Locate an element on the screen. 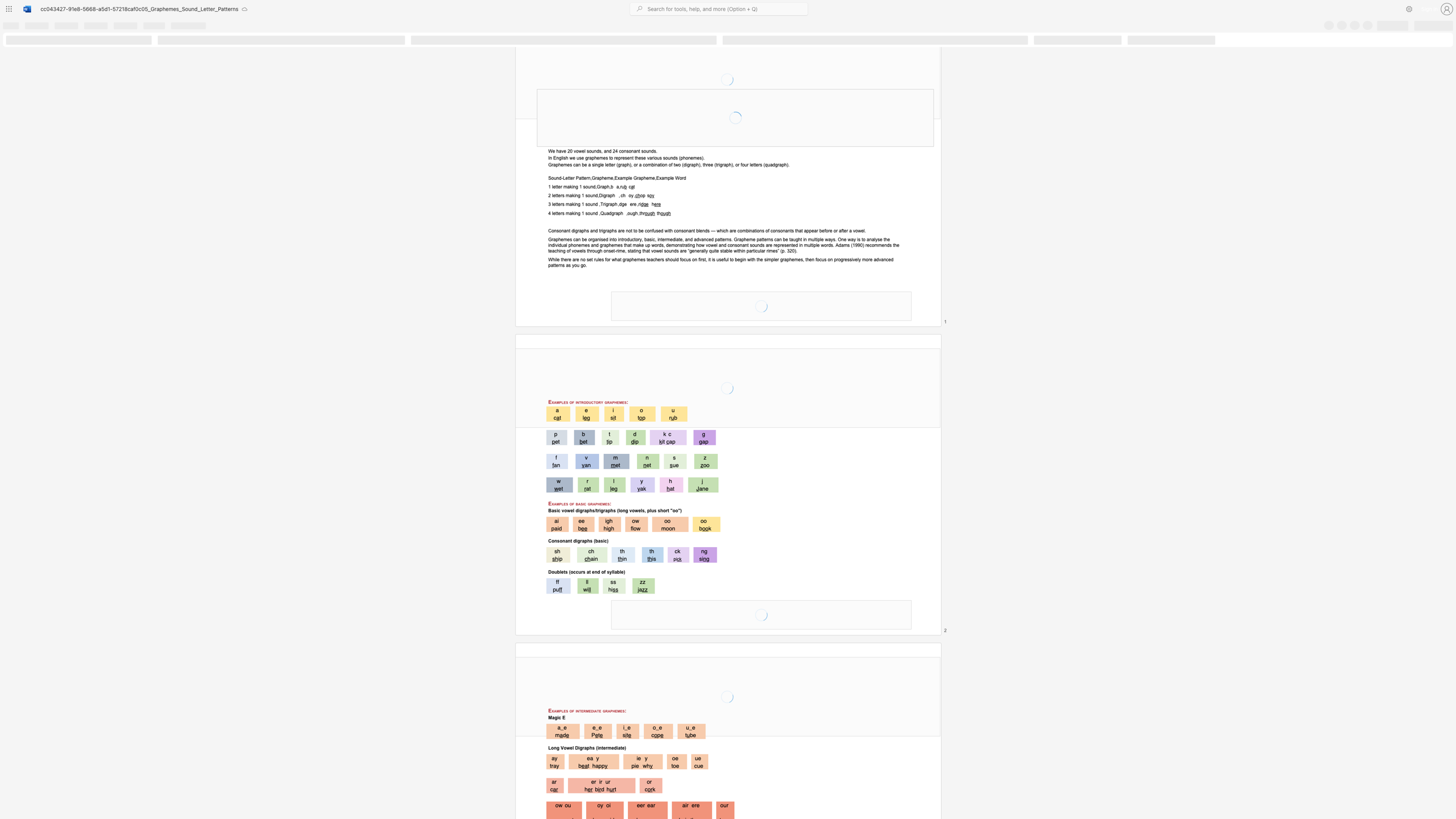 The width and height of the screenshot is (1456, 819). the space between the continuous character "b" and "e" in the text is located at coordinates (584, 164).